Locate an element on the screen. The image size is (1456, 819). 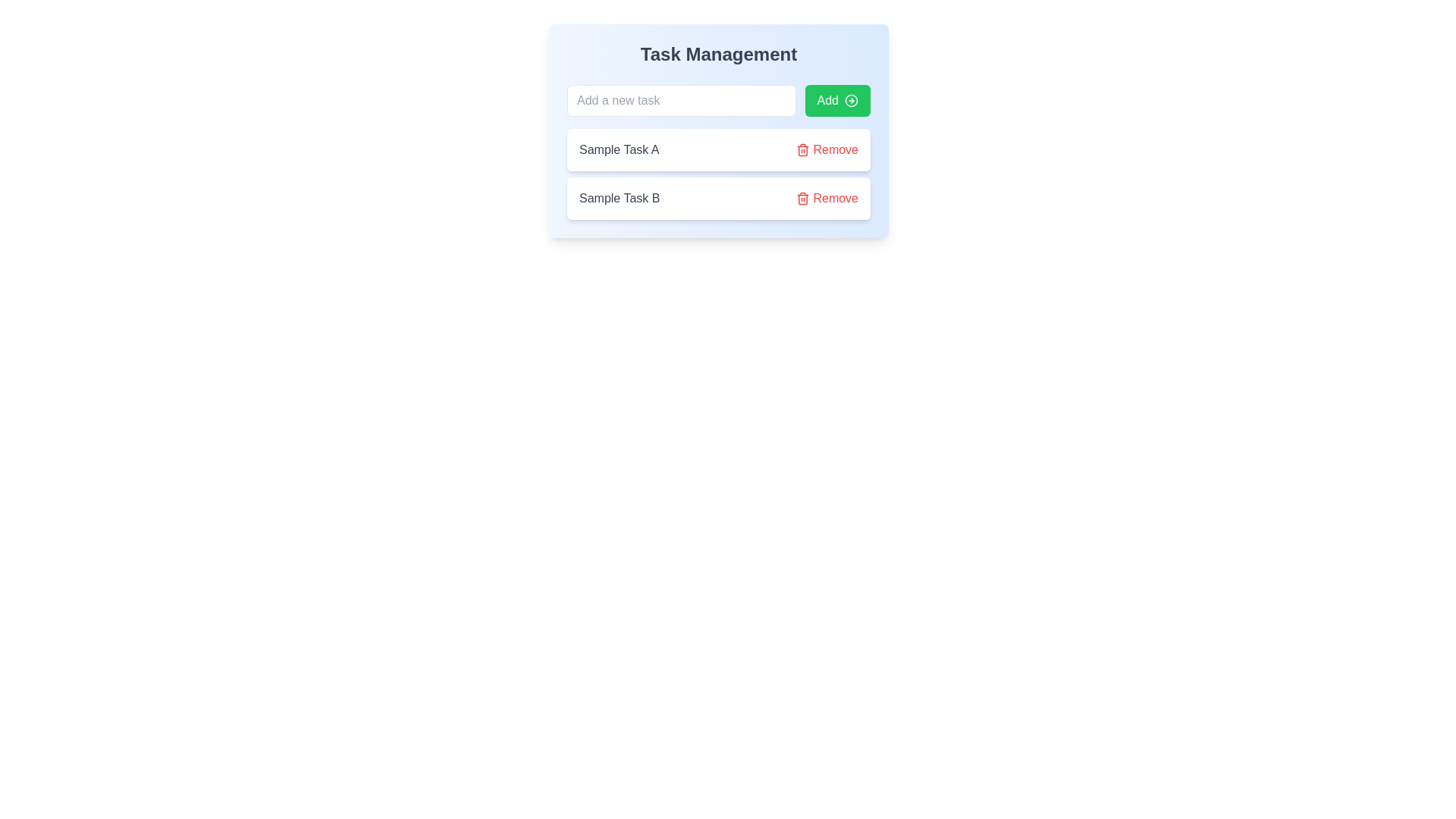
the 'Remove' button associated with 'Sample Task A' is located at coordinates (827, 149).